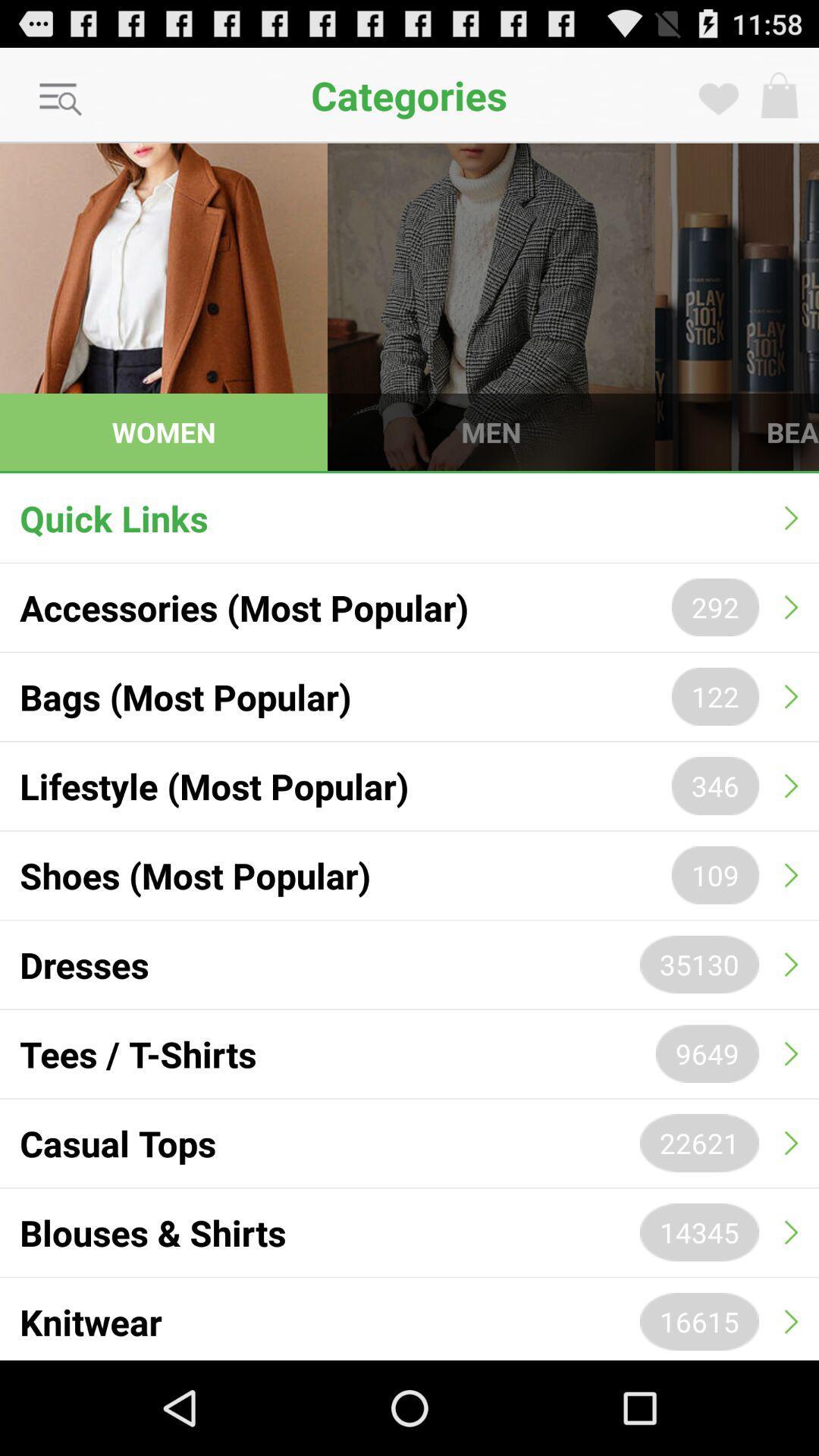 This screenshot has height=1456, width=819. What do you see at coordinates (61, 99) in the screenshot?
I see `the search for categories` at bounding box center [61, 99].